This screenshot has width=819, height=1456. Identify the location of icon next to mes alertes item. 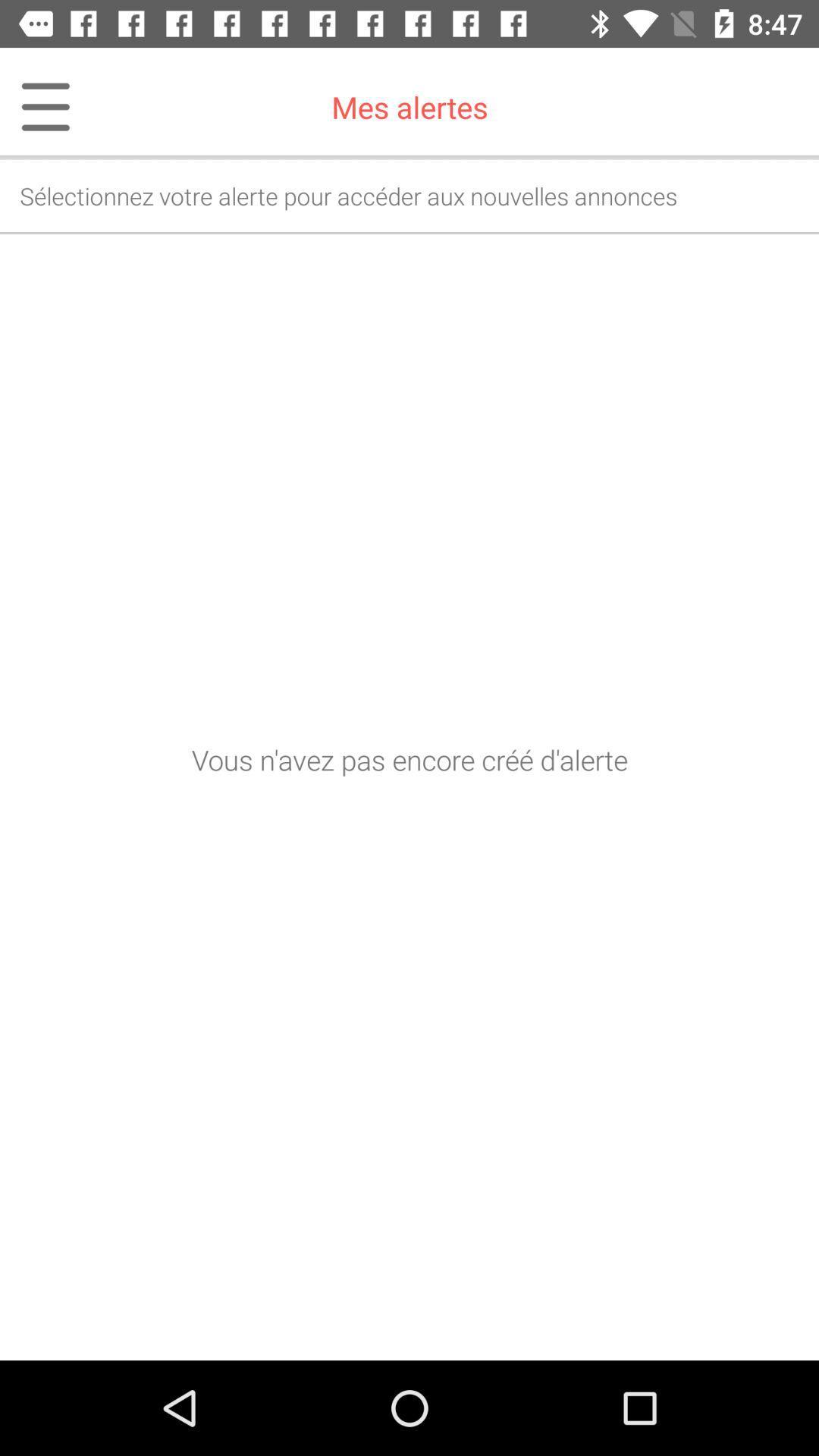
(35, 106).